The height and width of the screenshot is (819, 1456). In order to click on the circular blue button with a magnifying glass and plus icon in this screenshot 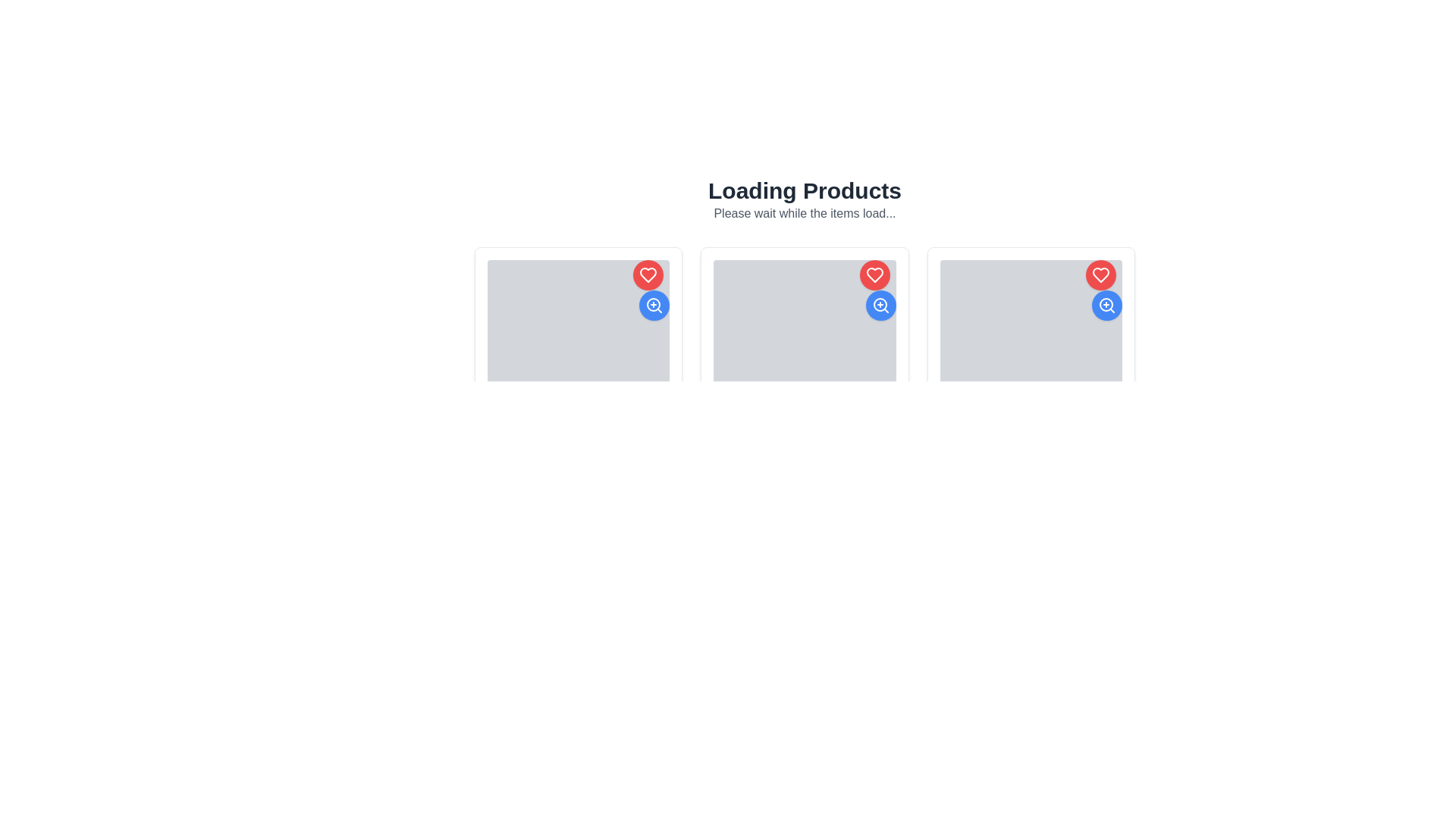, I will do `click(1103, 290)`.